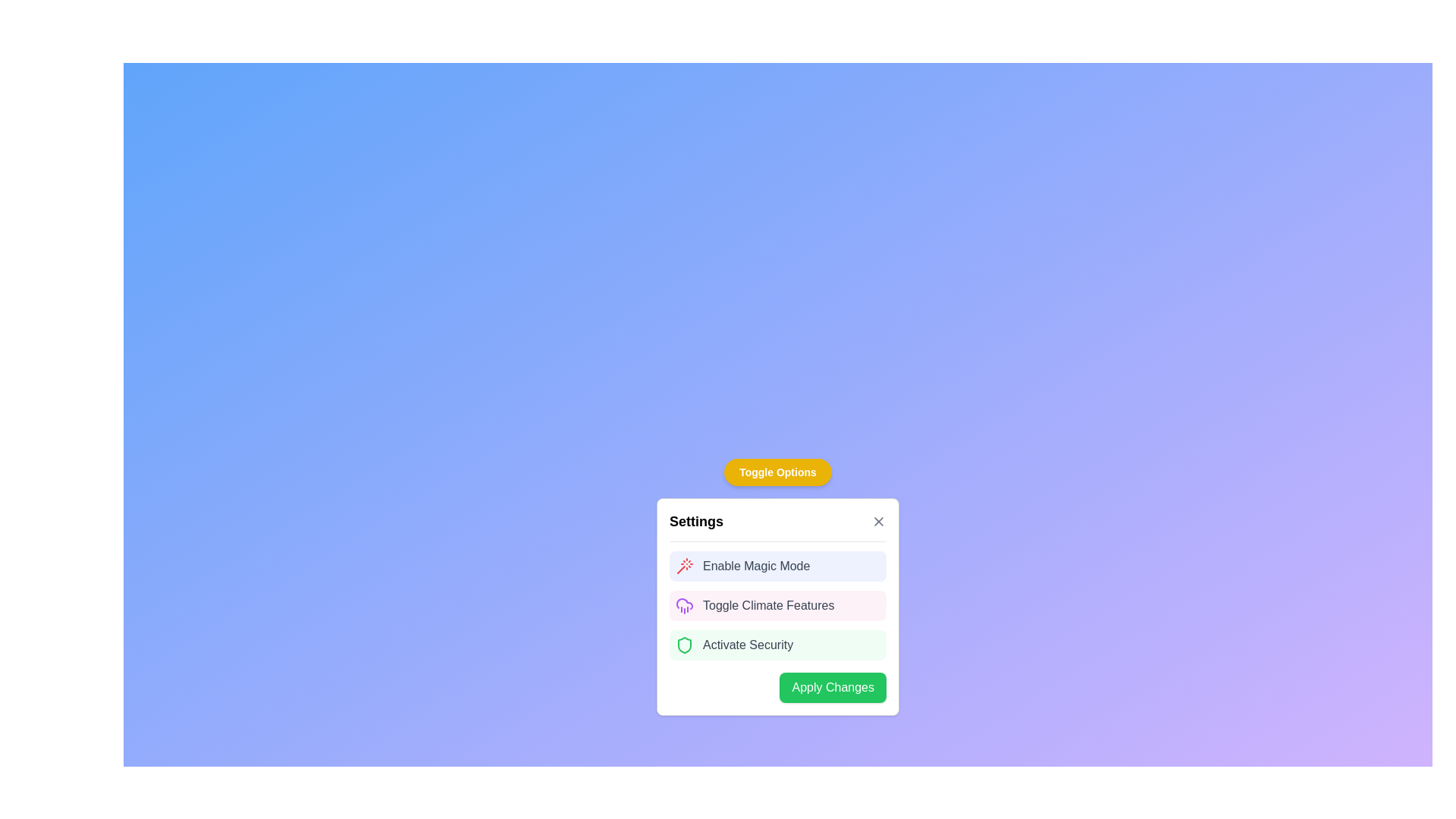 This screenshot has height=819, width=1456. Describe the element at coordinates (683, 566) in the screenshot. I see `the icon of a wand with sparkles, styled in red, located to the left of the text 'Enable Magic Mode' in the settings section` at that location.